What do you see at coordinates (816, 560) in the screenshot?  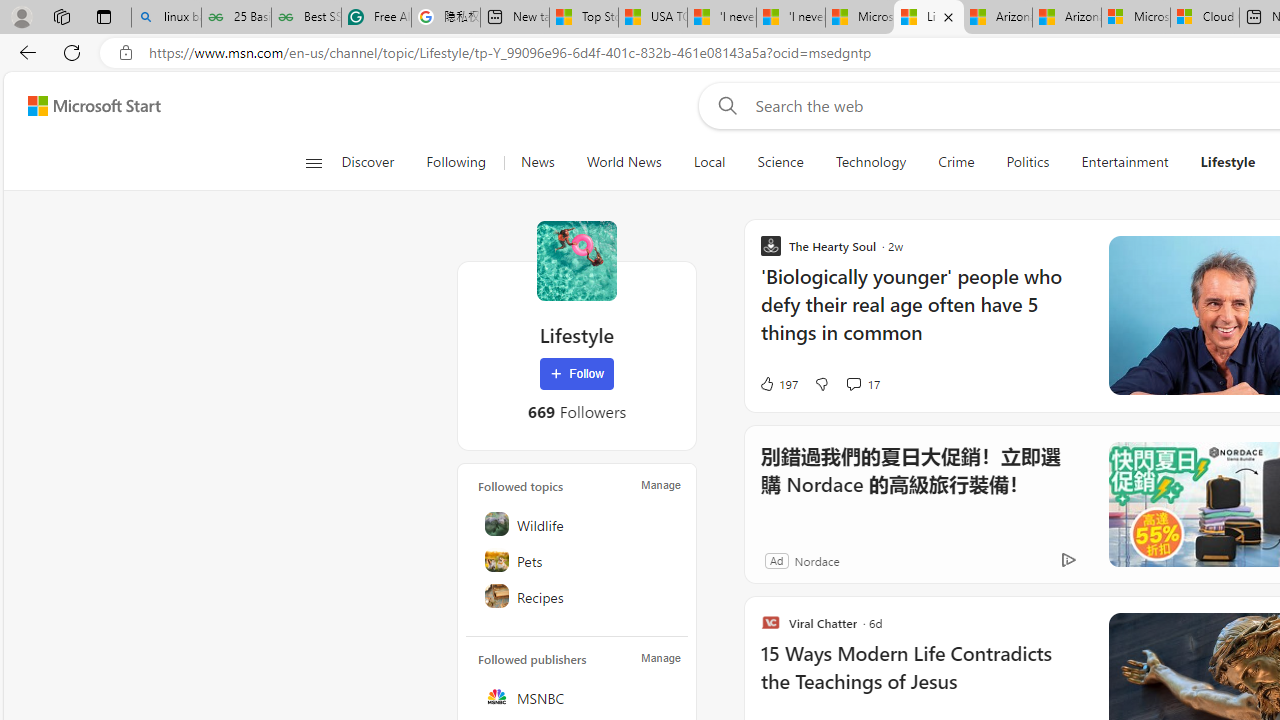 I see `'Nordace'` at bounding box center [816, 560].